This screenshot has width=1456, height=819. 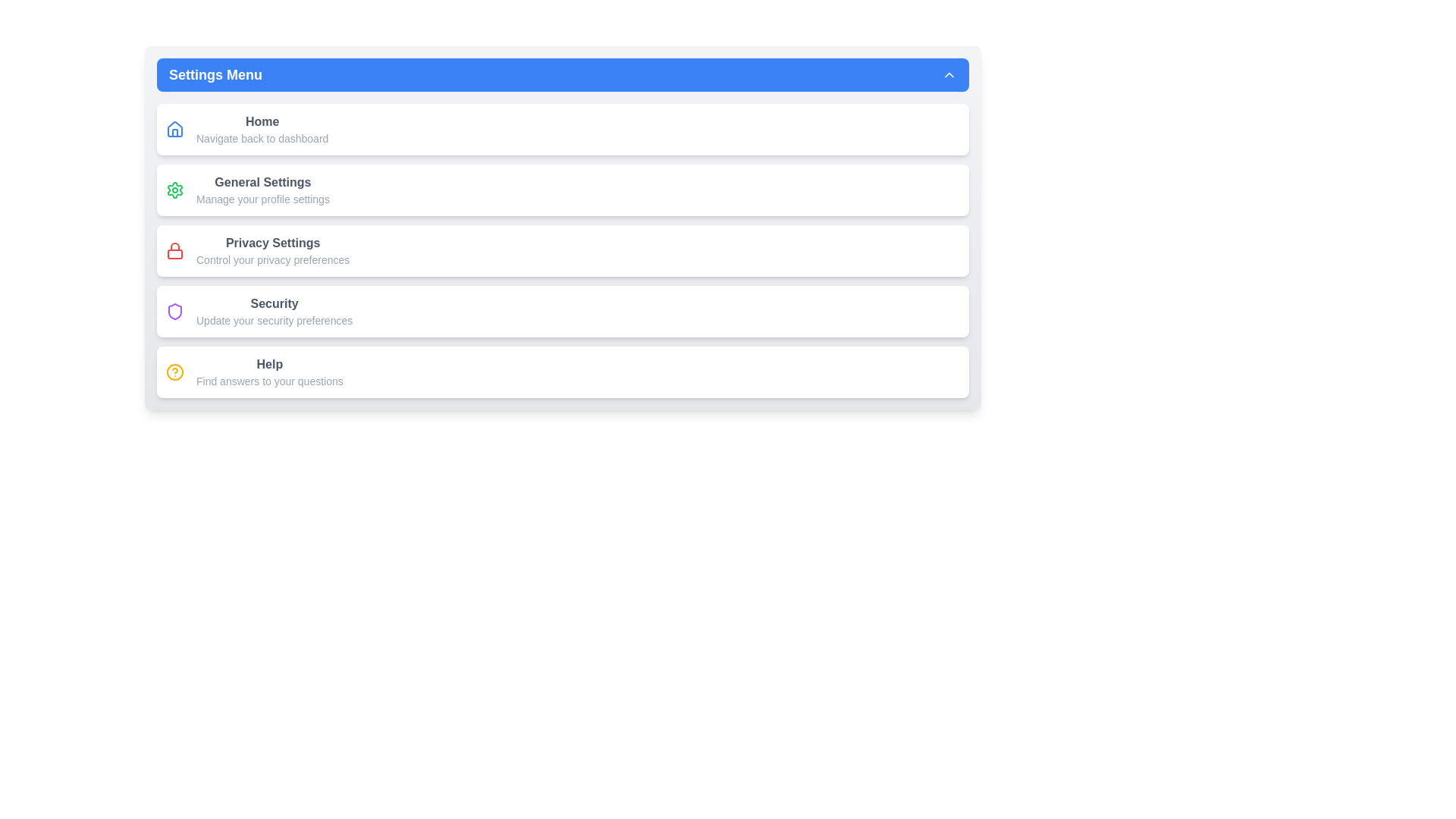 What do you see at coordinates (262, 121) in the screenshot?
I see `the 'Home' text label that serves as a menu item at the top of the vertical menu layout, providing visual indication and navigation back to the dashboard` at bounding box center [262, 121].